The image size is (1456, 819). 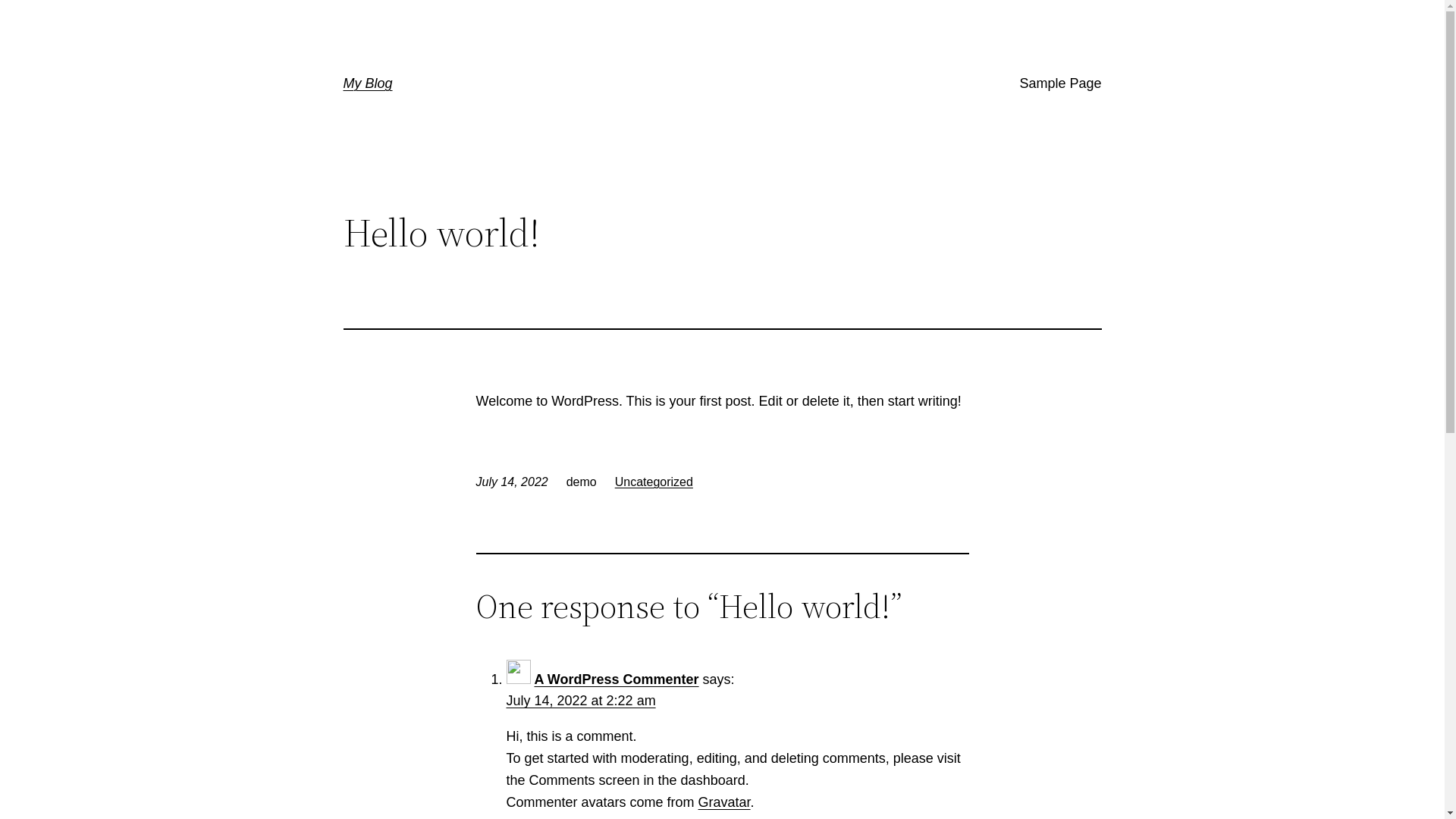 I want to click on 'July 14, 2022 at 2:22 am', so click(x=580, y=701).